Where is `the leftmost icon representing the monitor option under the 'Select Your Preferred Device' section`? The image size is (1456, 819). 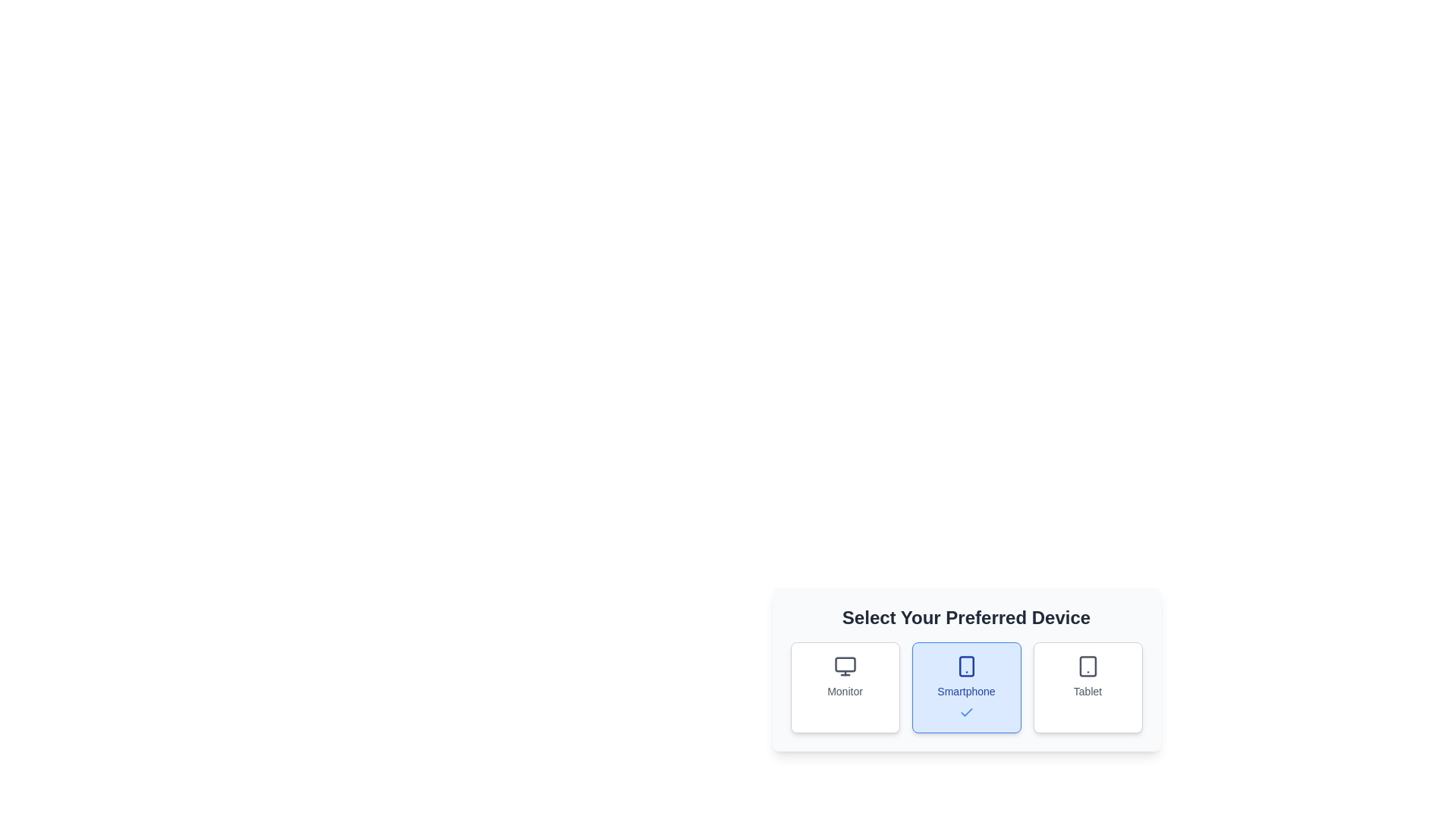
the leftmost icon representing the monitor option under the 'Select Your Preferred Device' section is located at coordinates (844, 666).